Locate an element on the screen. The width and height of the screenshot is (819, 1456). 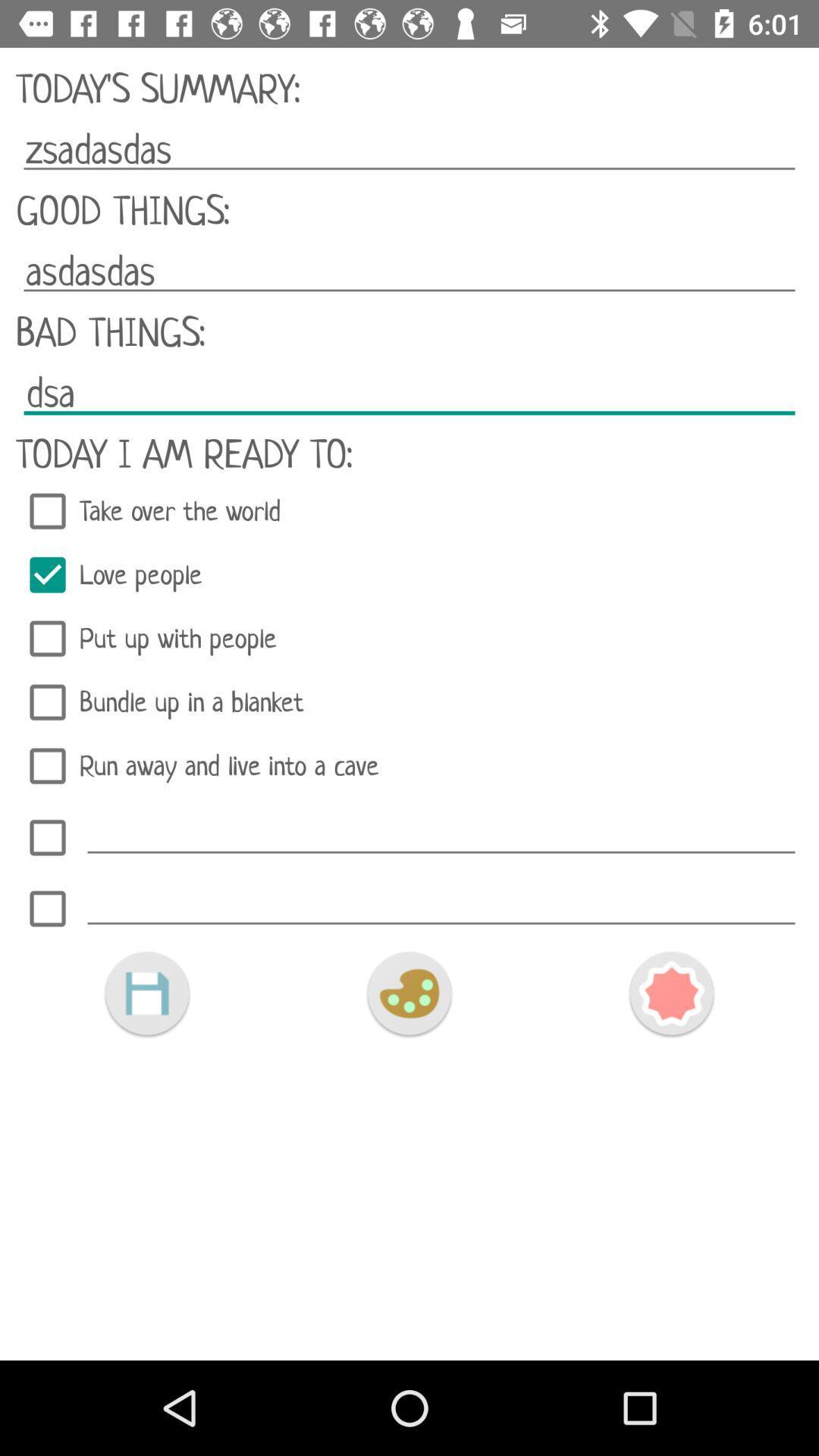
the zsadasdas is located at coordinates (409, 149).